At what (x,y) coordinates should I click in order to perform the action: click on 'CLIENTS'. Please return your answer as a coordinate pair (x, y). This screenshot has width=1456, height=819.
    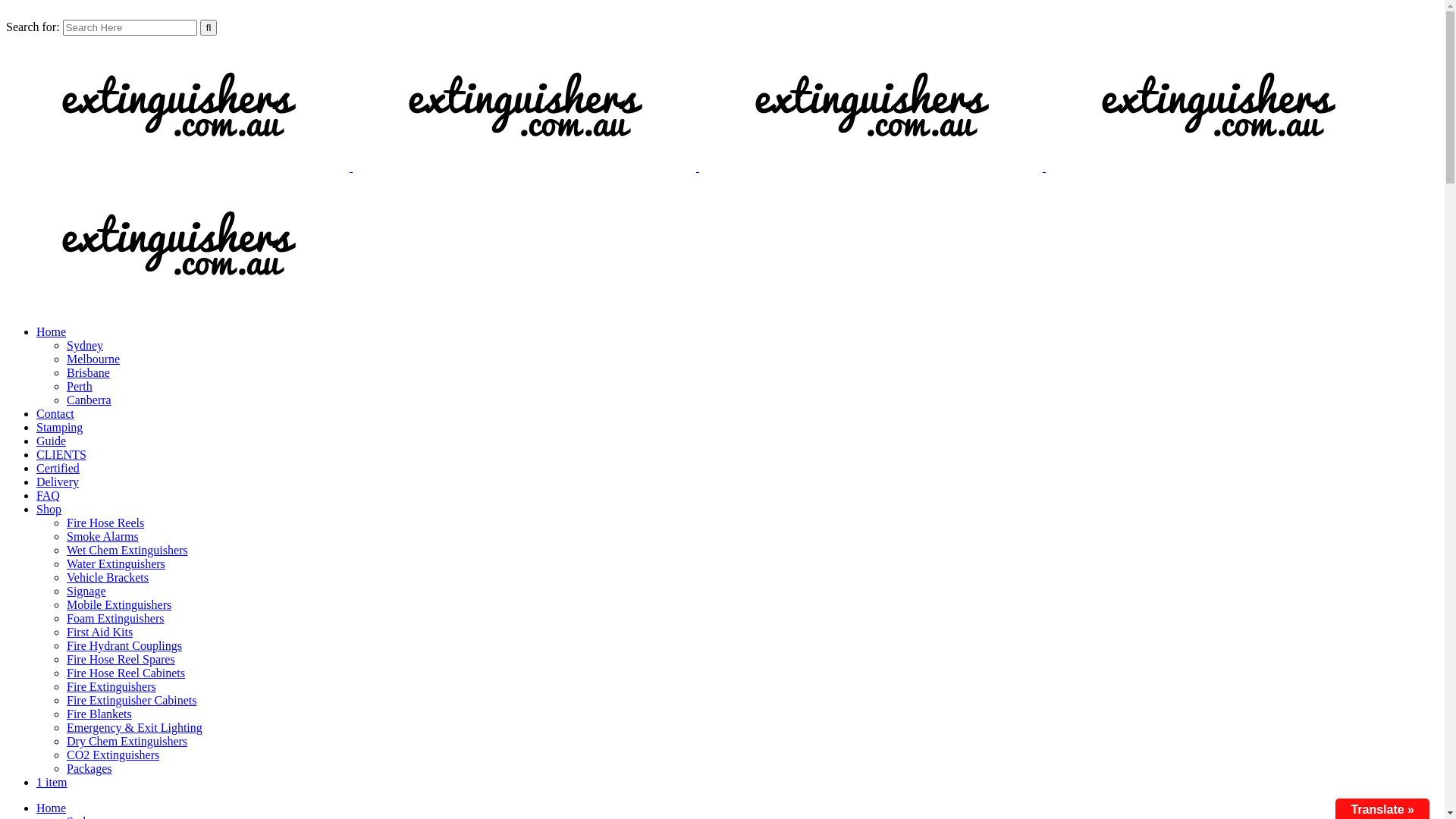
    Looking at the image, I should click on (61, 453).